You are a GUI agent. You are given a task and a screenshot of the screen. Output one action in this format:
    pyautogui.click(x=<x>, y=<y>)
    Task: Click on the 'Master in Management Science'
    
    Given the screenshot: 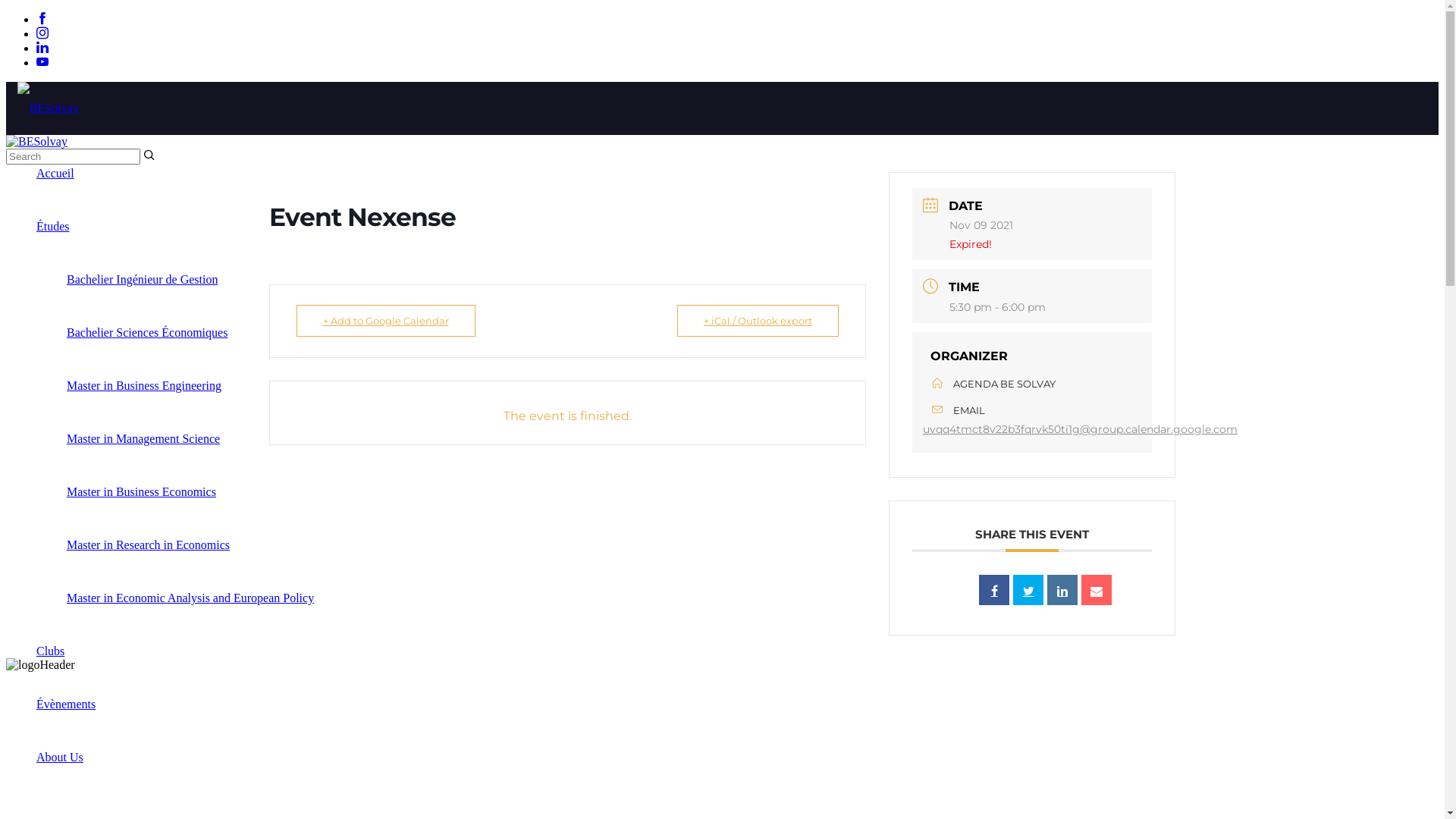 What is the action you would take?
    pyautogui.click(x=143, y=438)
    